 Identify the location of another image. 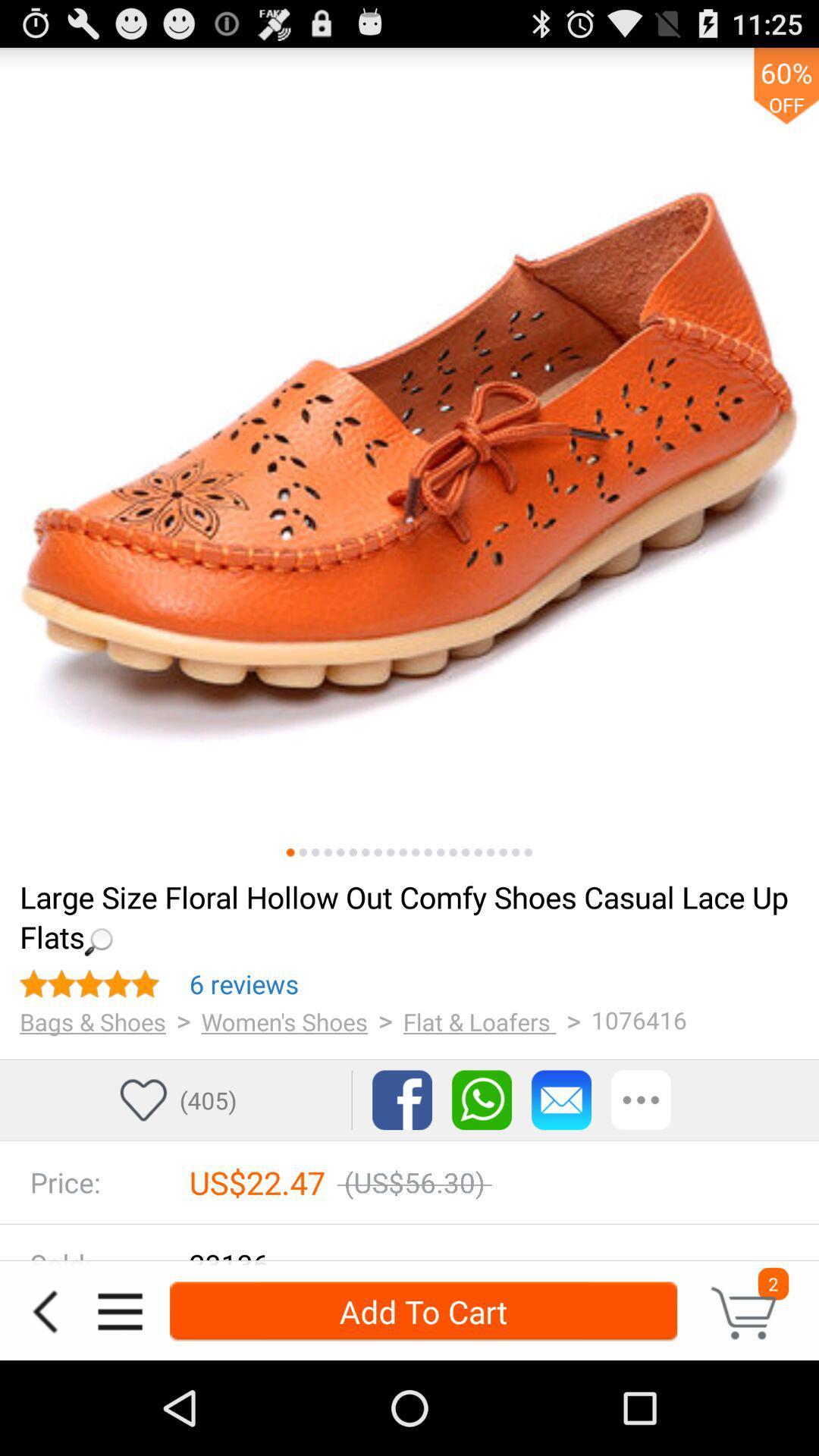
(353, 852).